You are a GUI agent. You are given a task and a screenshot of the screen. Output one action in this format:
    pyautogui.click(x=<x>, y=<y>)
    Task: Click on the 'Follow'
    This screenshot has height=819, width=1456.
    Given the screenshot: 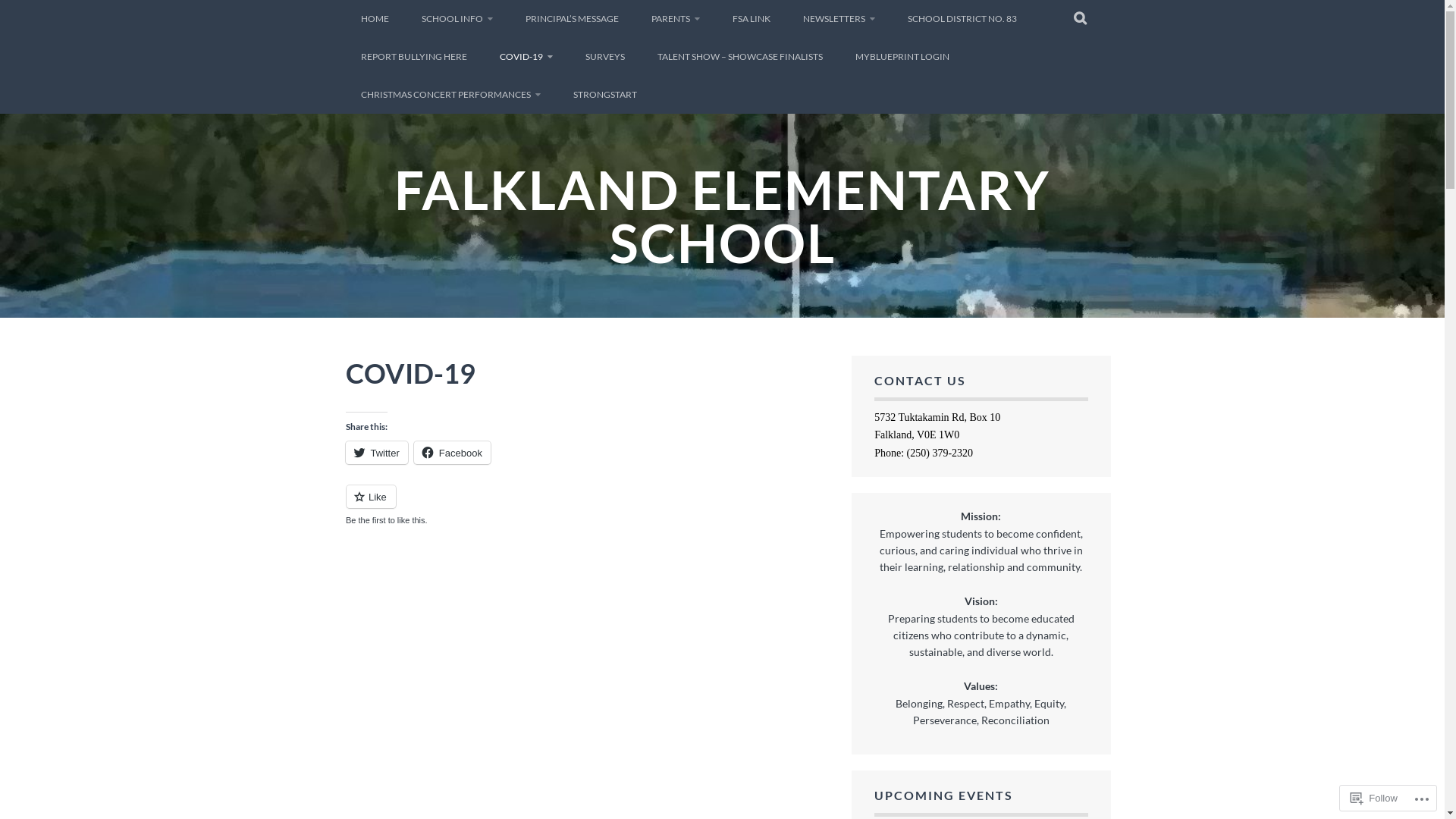 What is the action you would take?
    pyautogui.click(x=1374, y=797)
    